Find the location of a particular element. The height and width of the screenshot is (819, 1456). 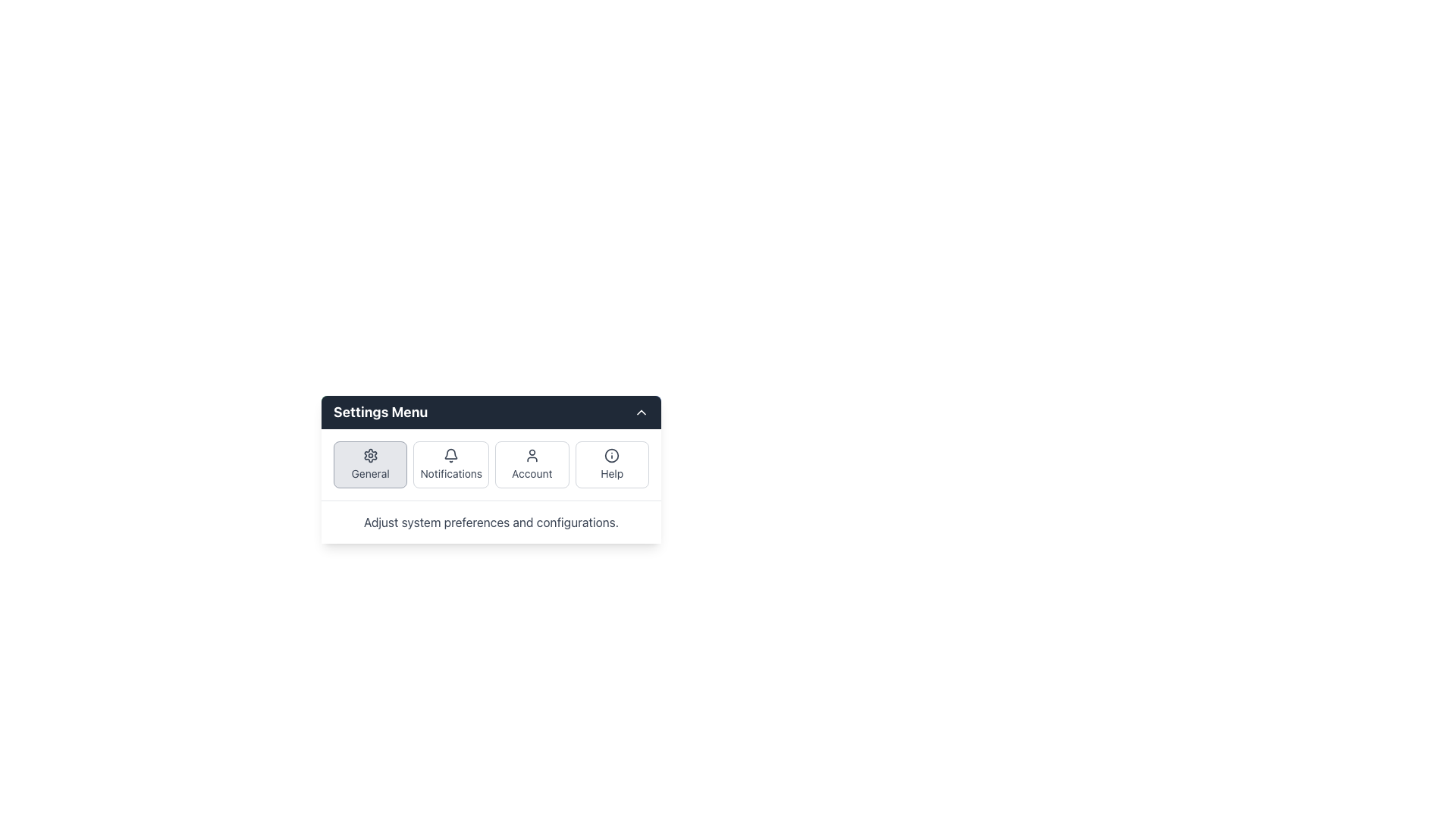

the text label 'Account' that is styled in a small font size, located below the user icon in the third item of a horizontal menu grid in the settings interface is located at coordinates (532, 472).